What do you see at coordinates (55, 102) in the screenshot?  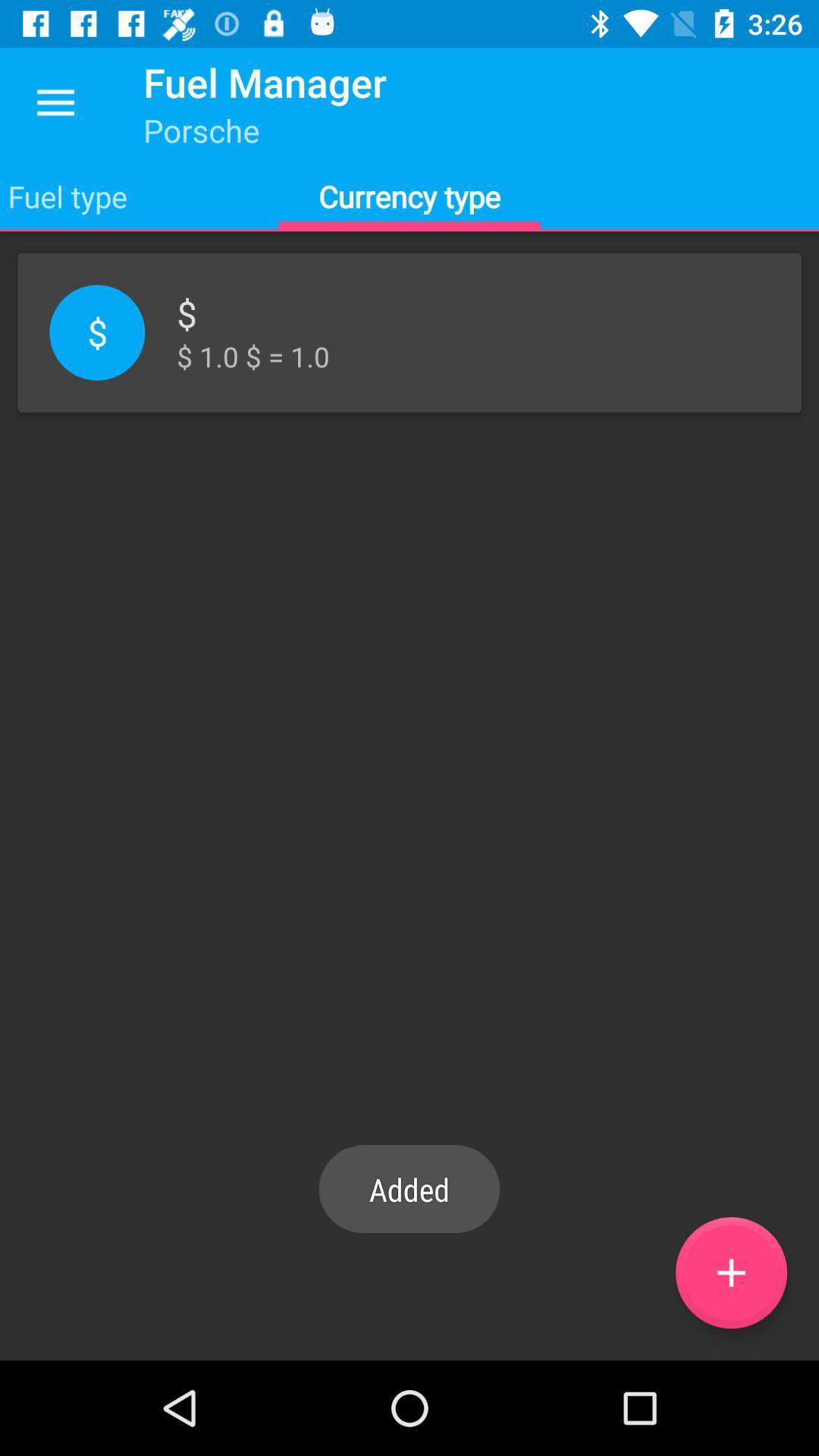 I see `the app to the left of the fuel manager` at bounding box center [55, 102].